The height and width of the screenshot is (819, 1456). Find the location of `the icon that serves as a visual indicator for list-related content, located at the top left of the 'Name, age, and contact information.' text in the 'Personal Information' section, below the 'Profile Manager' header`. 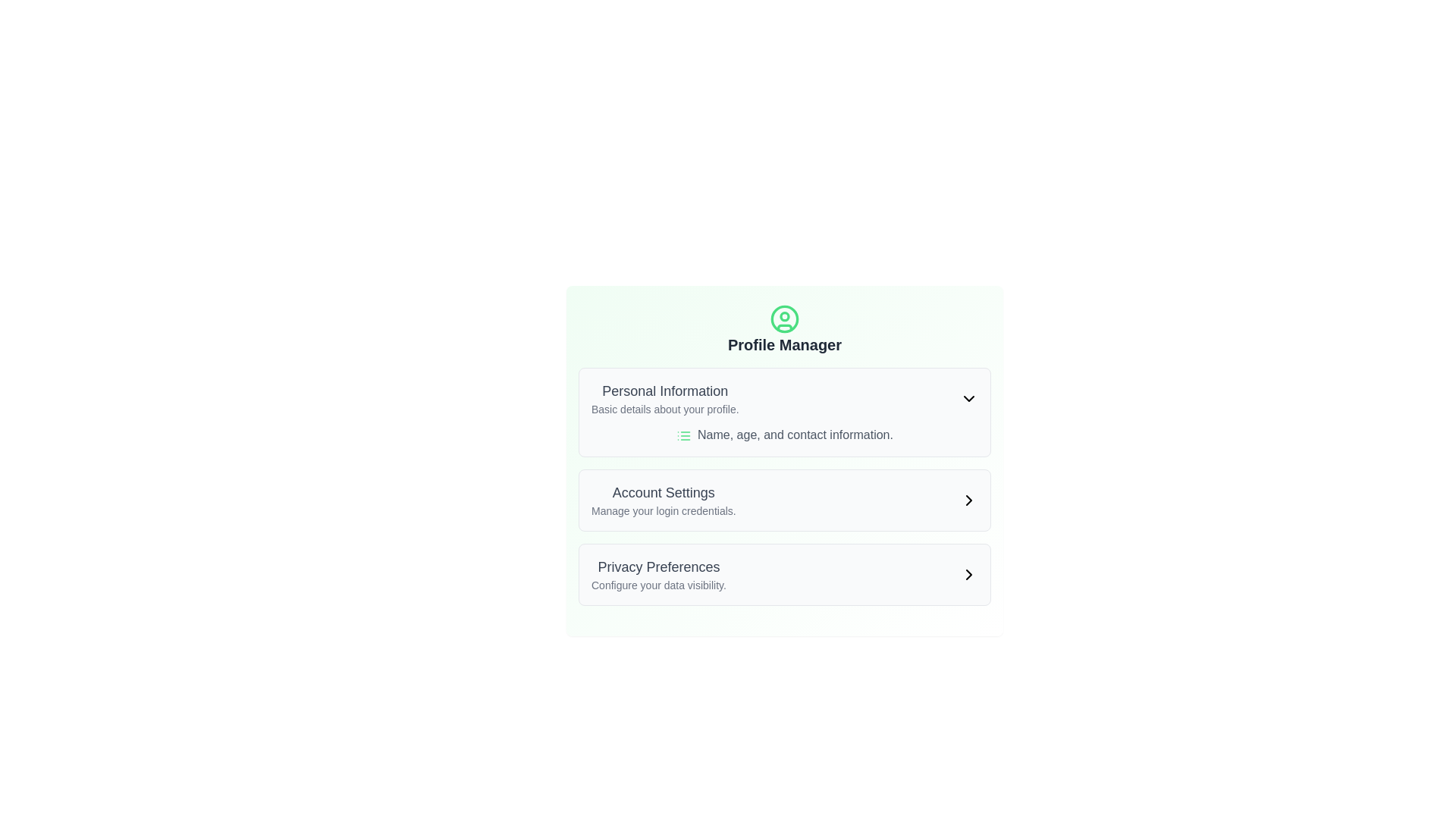

the icon that serves as a visual indicator for list-related content, located at the top left of the 'Name, age, and contact information.' text in the 'Personal Information' section, below the 'Profile Manager' header is located at coordinates (683, 435).